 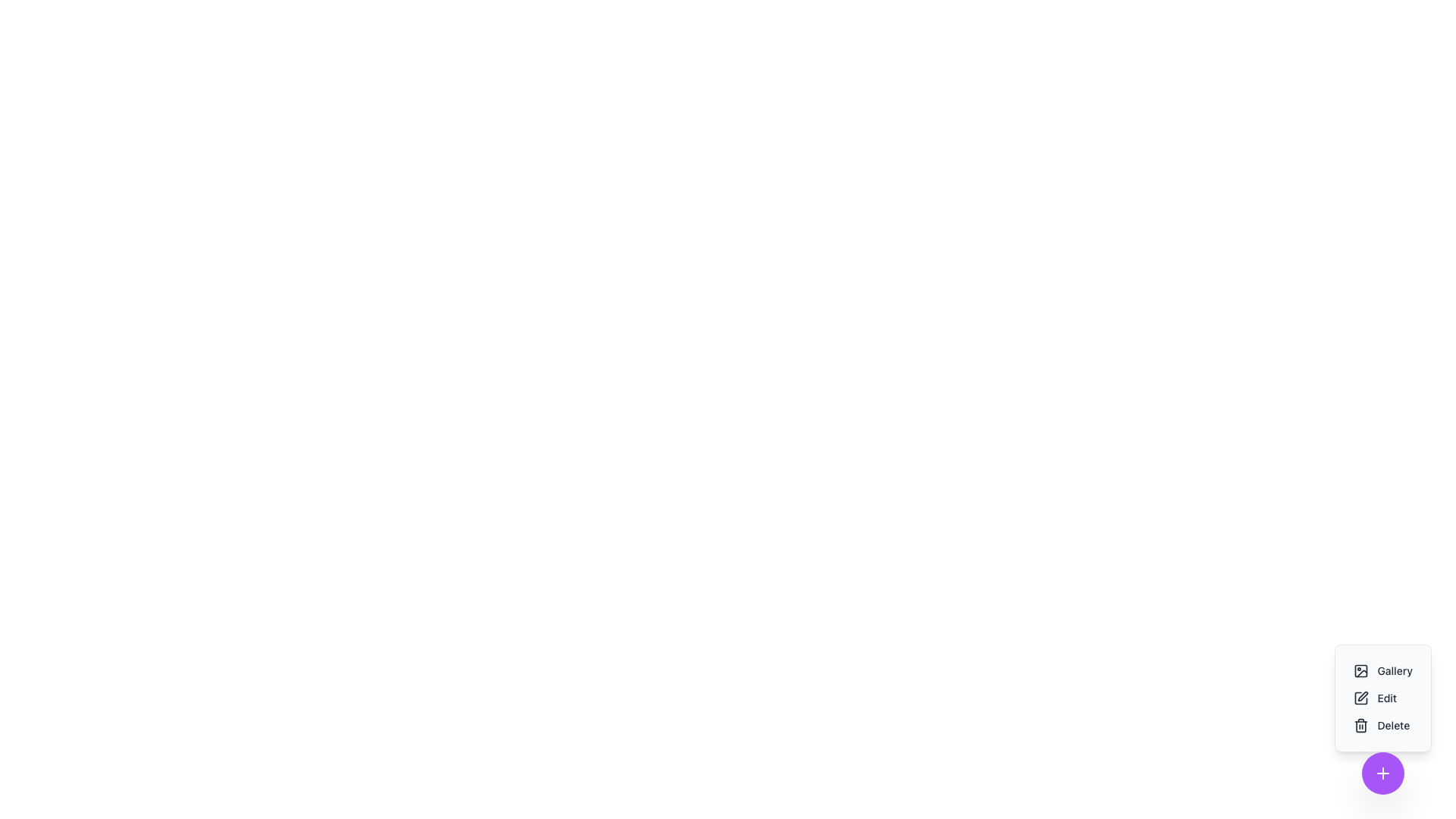 I want to click on the pencil icon located to the left of the 'Edit' label in the dark-themed UI, so click(x=1360, y=698).